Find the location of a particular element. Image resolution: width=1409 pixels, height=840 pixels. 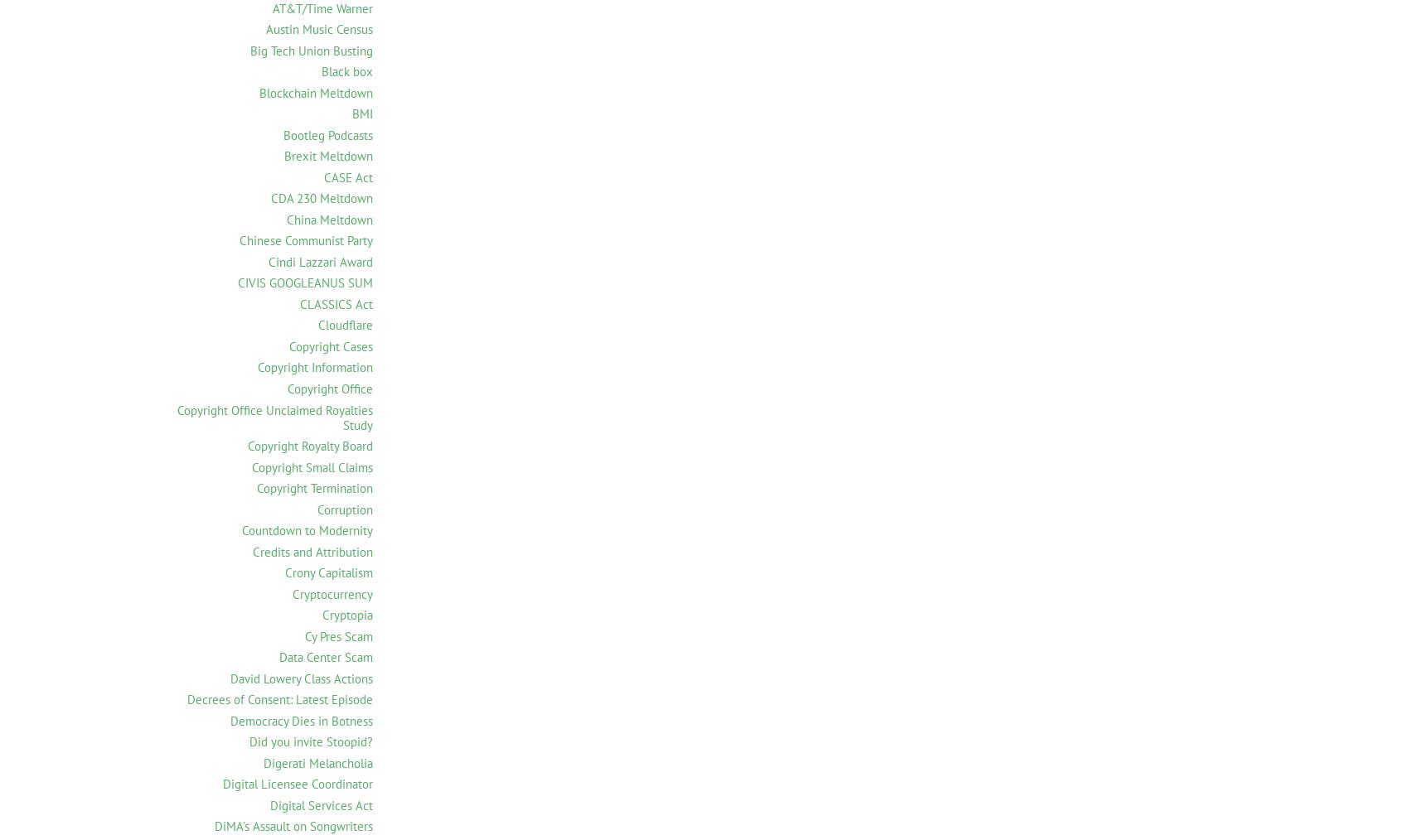

'BMI' is located at coordinates (362, 113).